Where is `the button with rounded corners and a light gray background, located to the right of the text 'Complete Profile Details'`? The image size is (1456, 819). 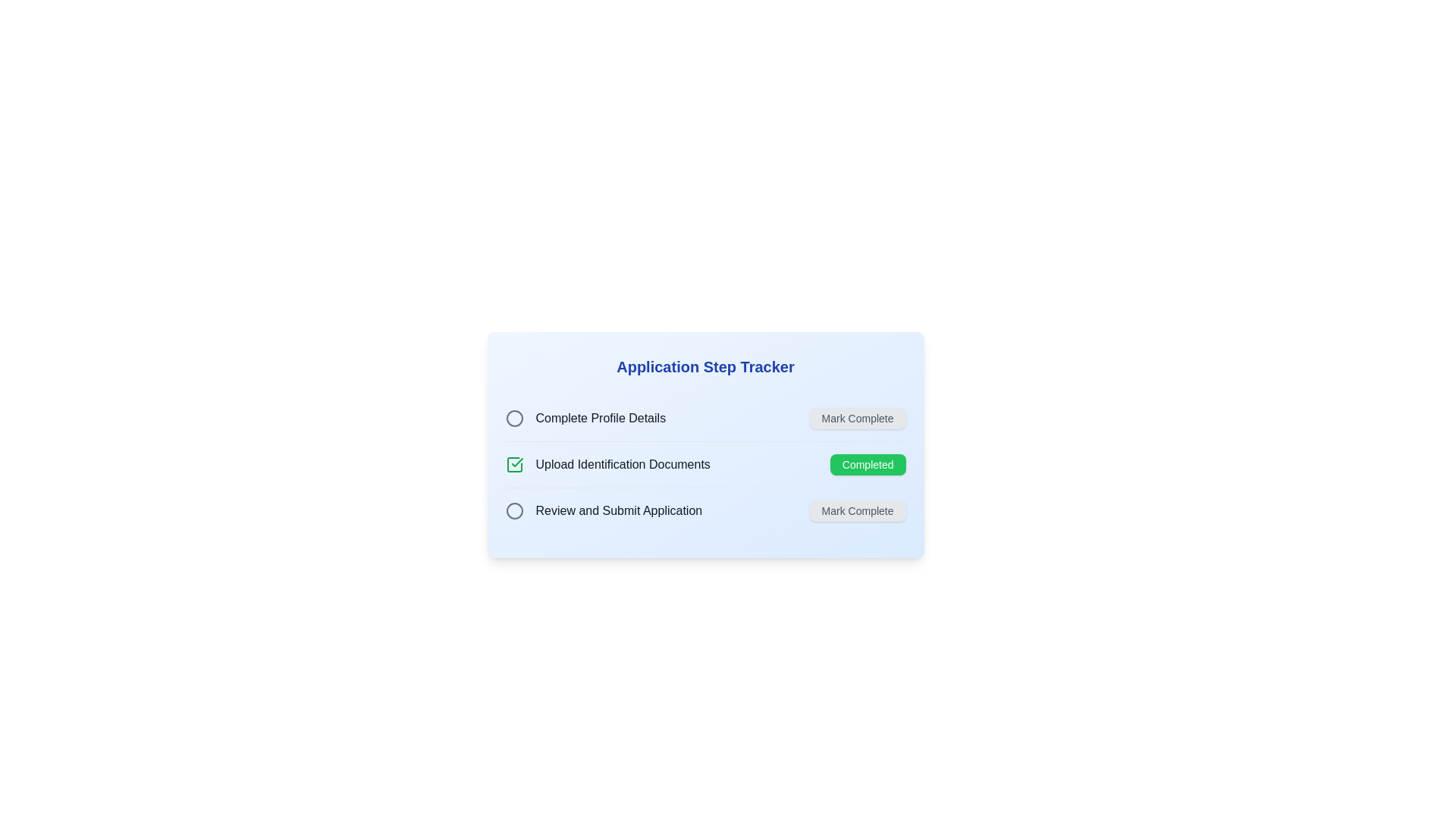 the button with rounded corners and a light gray background, located to the right of the text 'Complete Profile Details' is located at coordinates (858, 418).